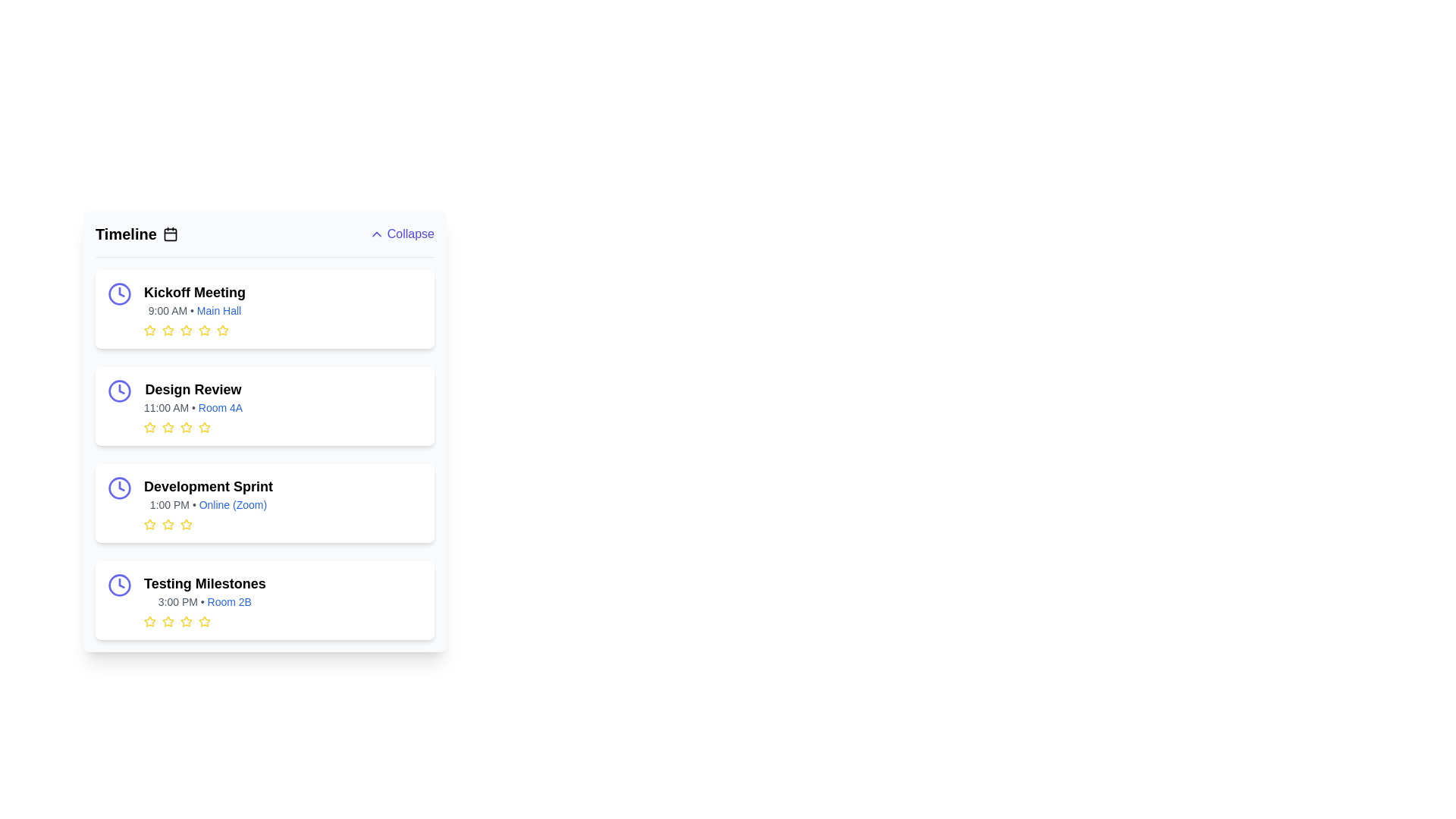 Image resolution: width=1456 pixels, height=819 pixels. What do you see at coordinates (194, 292) in the screenshot?
I see `the bold and prominently displayed text 'Kickoff Meeting' located at the top of the first event card in the timeline interface` at bounding box center [194, 292].